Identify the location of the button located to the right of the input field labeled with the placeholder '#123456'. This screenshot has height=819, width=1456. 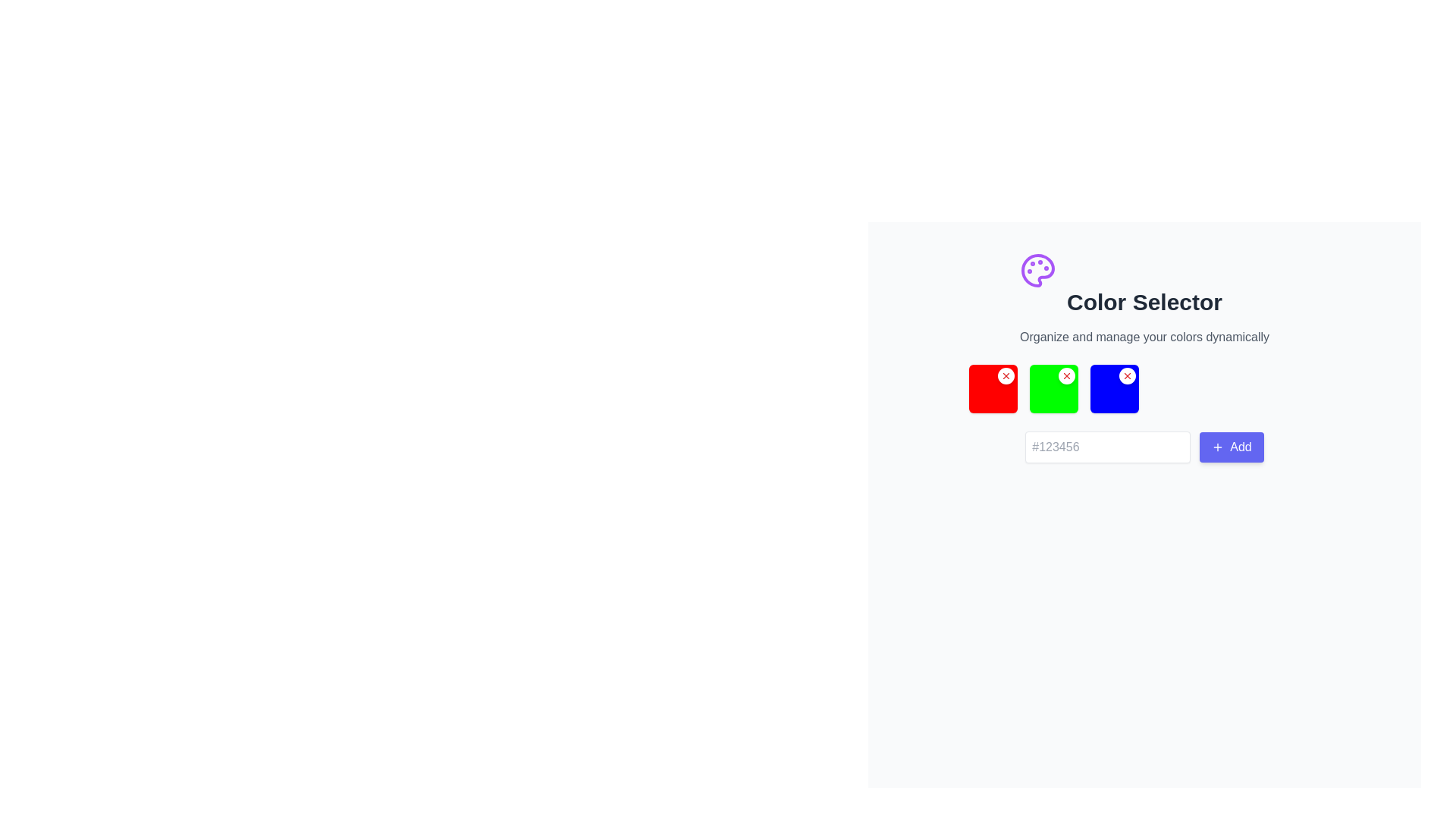
(1232, 447).